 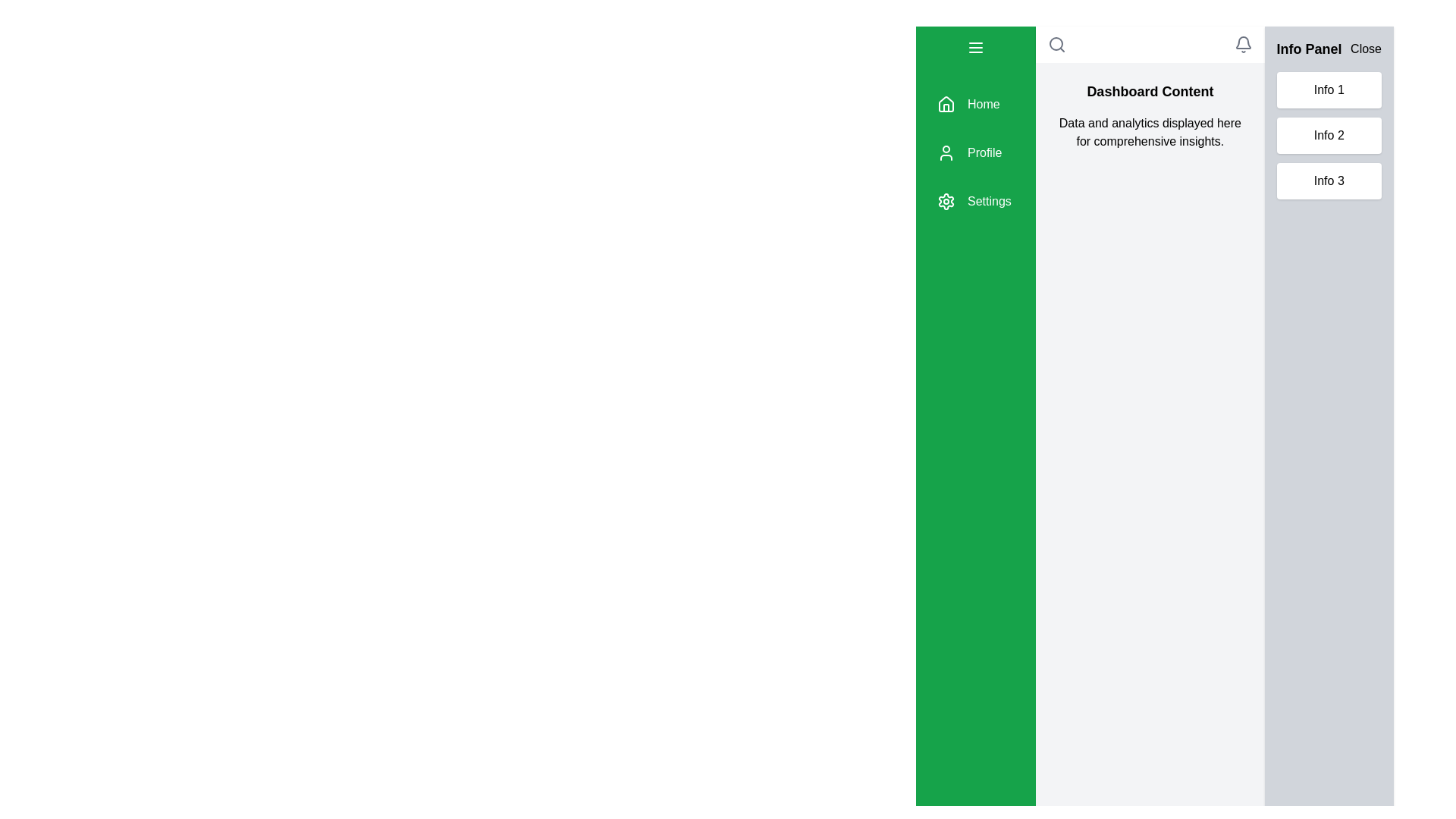 I want to click on the user icon outlined in green located in the vertical navigation bar, adjacent to the 'Profile' text, so click(x=946, y=152).